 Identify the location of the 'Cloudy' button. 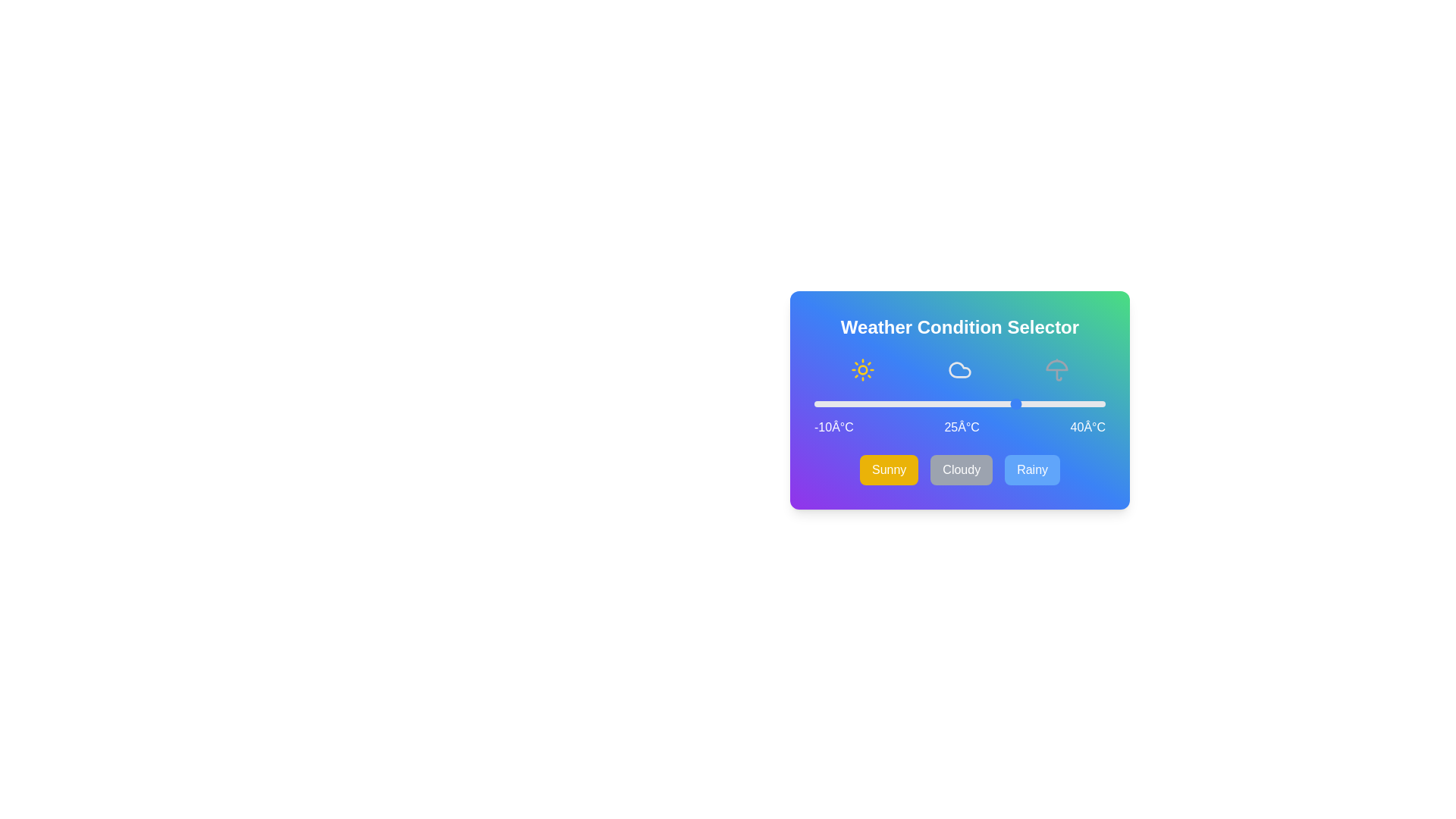
(960, 469).